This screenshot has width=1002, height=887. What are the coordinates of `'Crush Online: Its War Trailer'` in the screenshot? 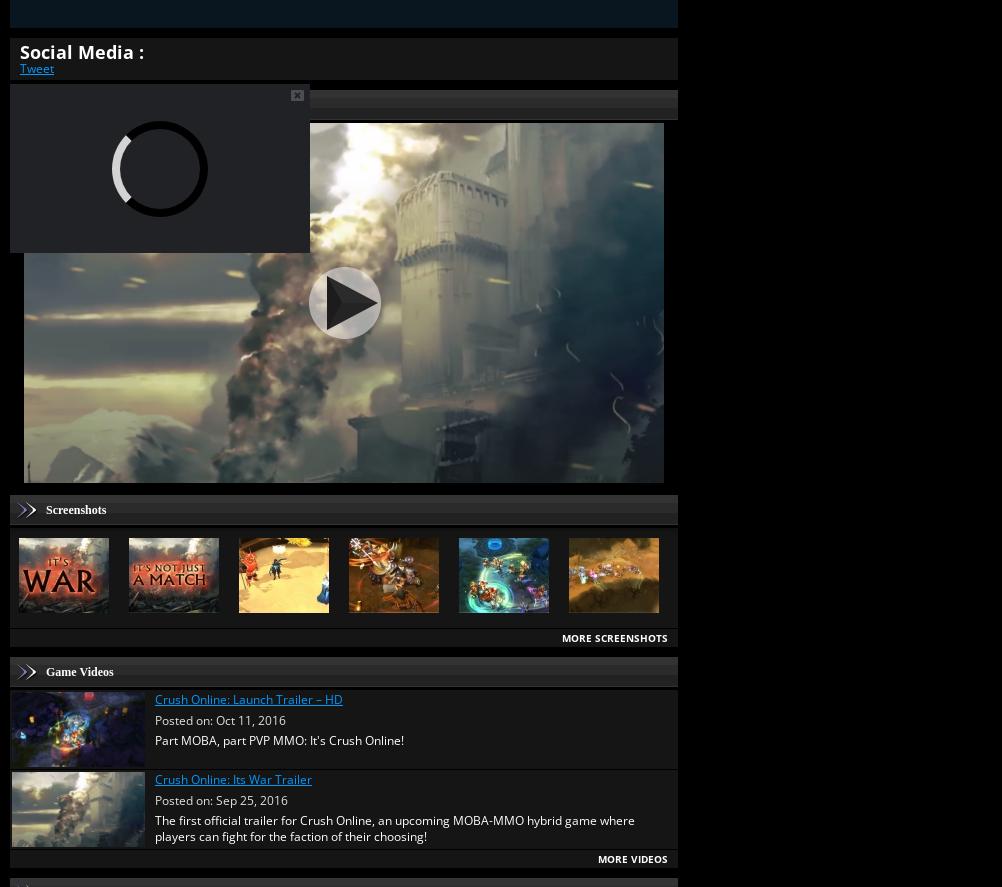 It's located at (233, 777).